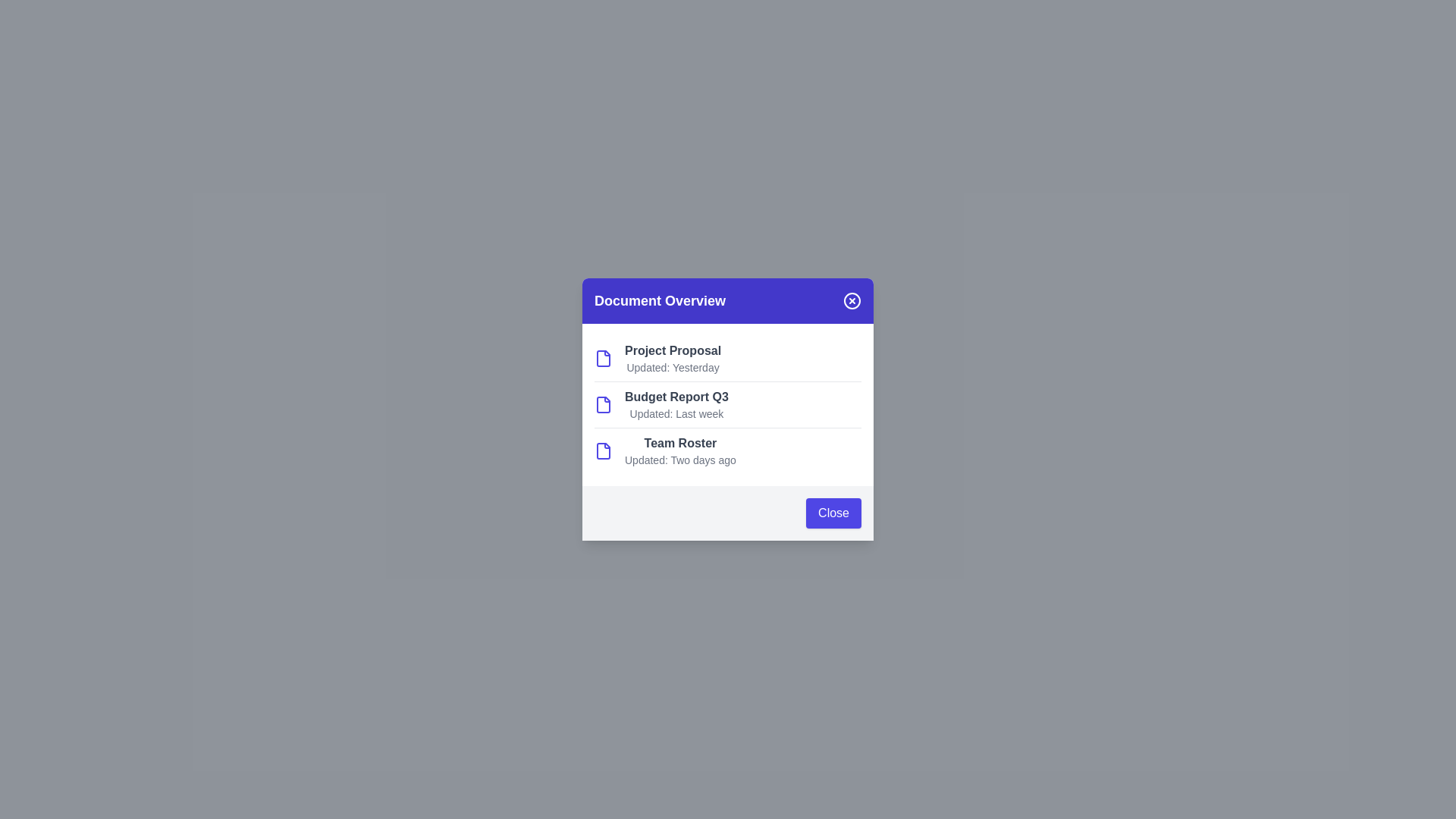  I want to click on the 'Close' button to close the dialog, so click(833, 513).